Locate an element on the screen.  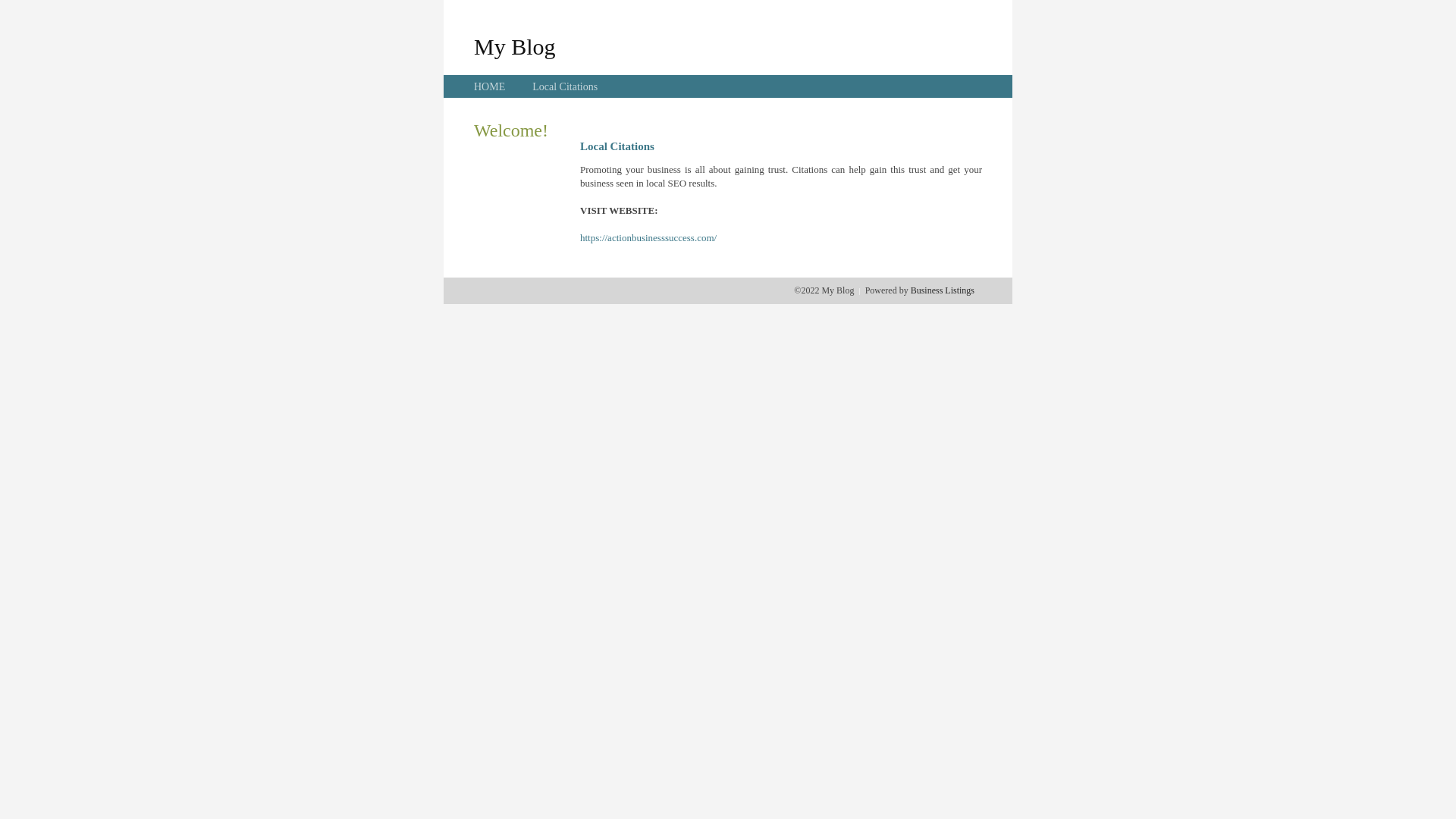
'Local Citations' is located at coordinates (532, 86).